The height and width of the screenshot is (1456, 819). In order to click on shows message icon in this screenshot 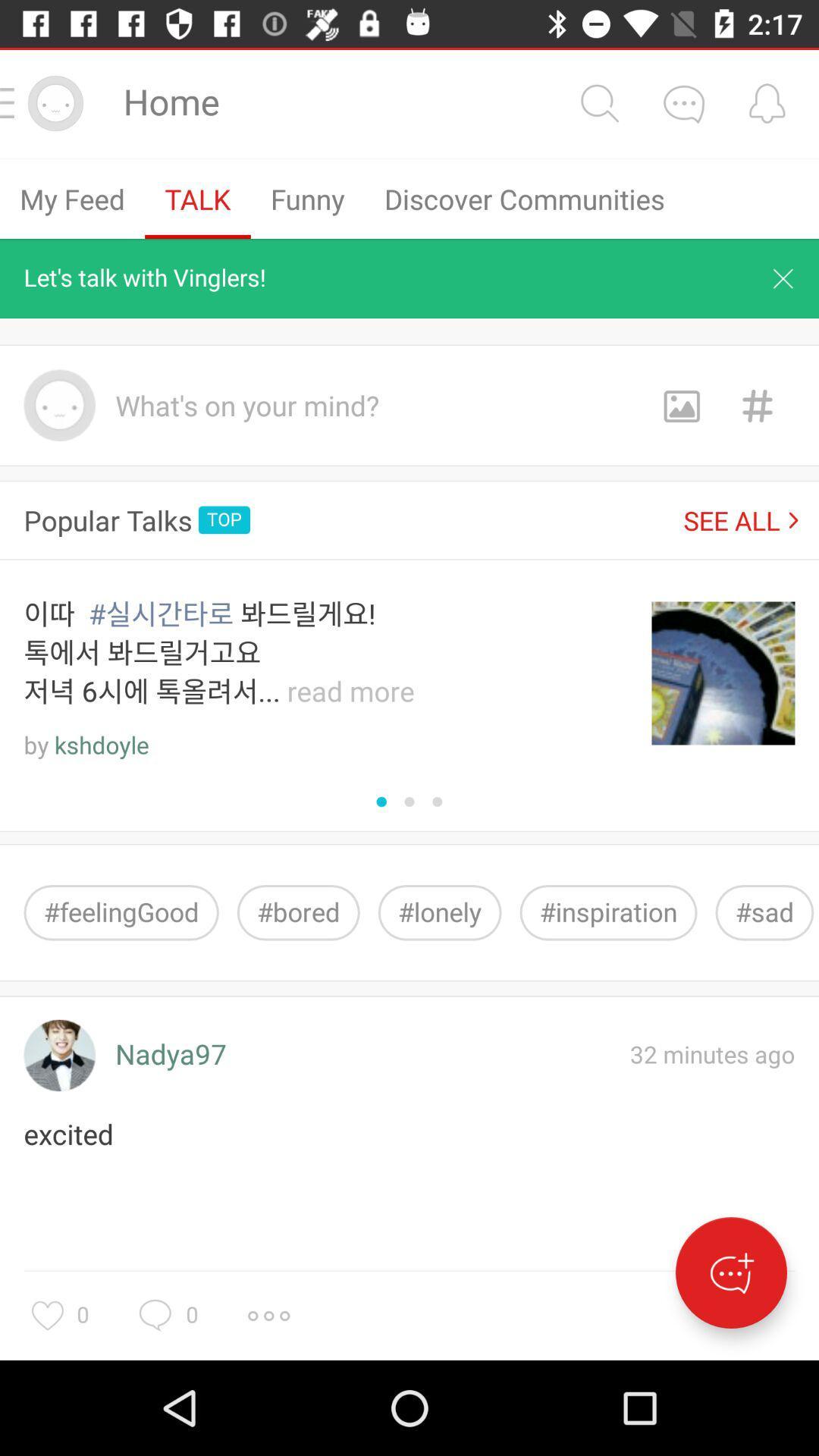, I will do `click(683, 102)`.